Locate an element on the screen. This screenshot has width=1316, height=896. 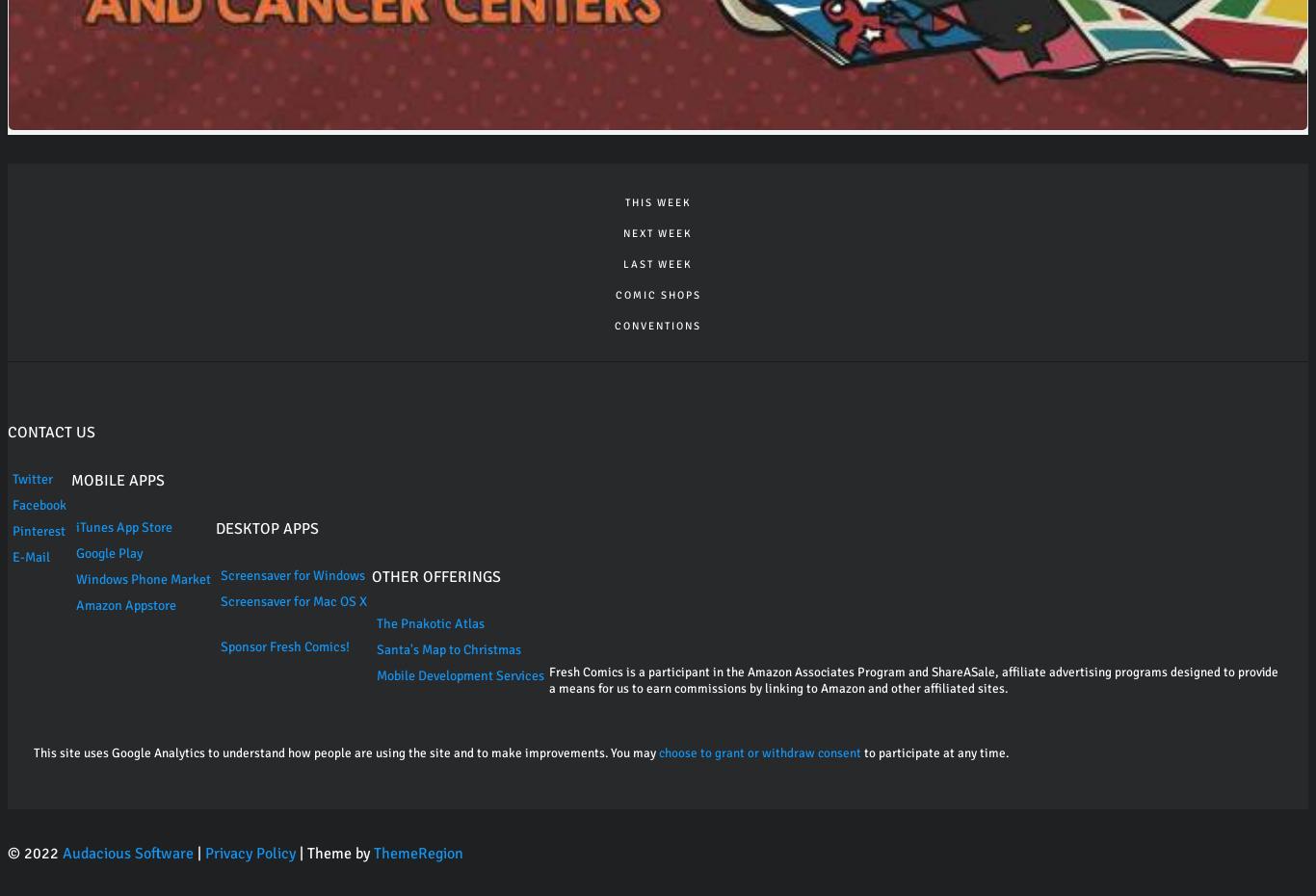
'Contact Us' is located at coordinates (51, 431).